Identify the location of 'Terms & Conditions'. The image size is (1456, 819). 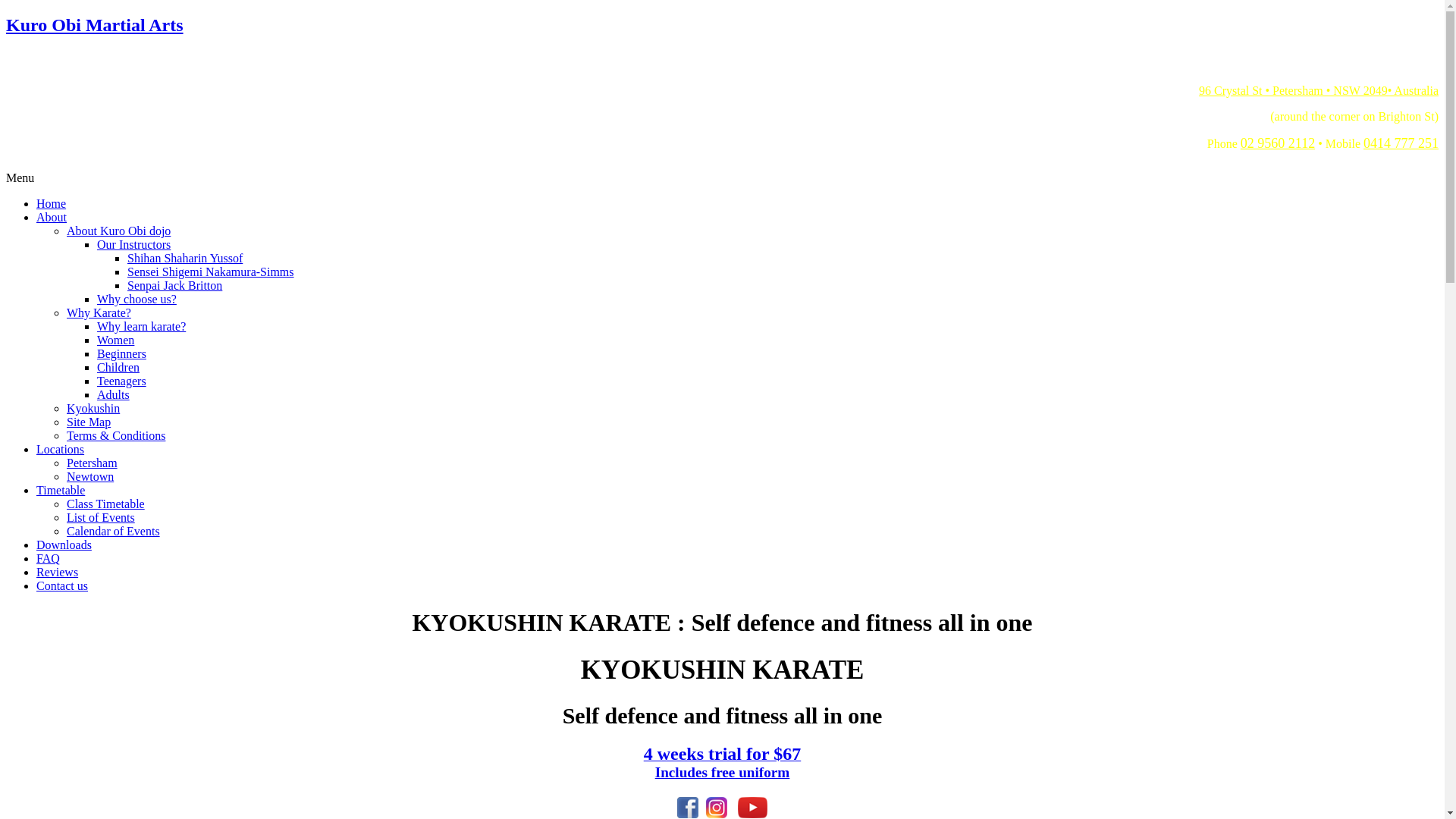
(115, 435).